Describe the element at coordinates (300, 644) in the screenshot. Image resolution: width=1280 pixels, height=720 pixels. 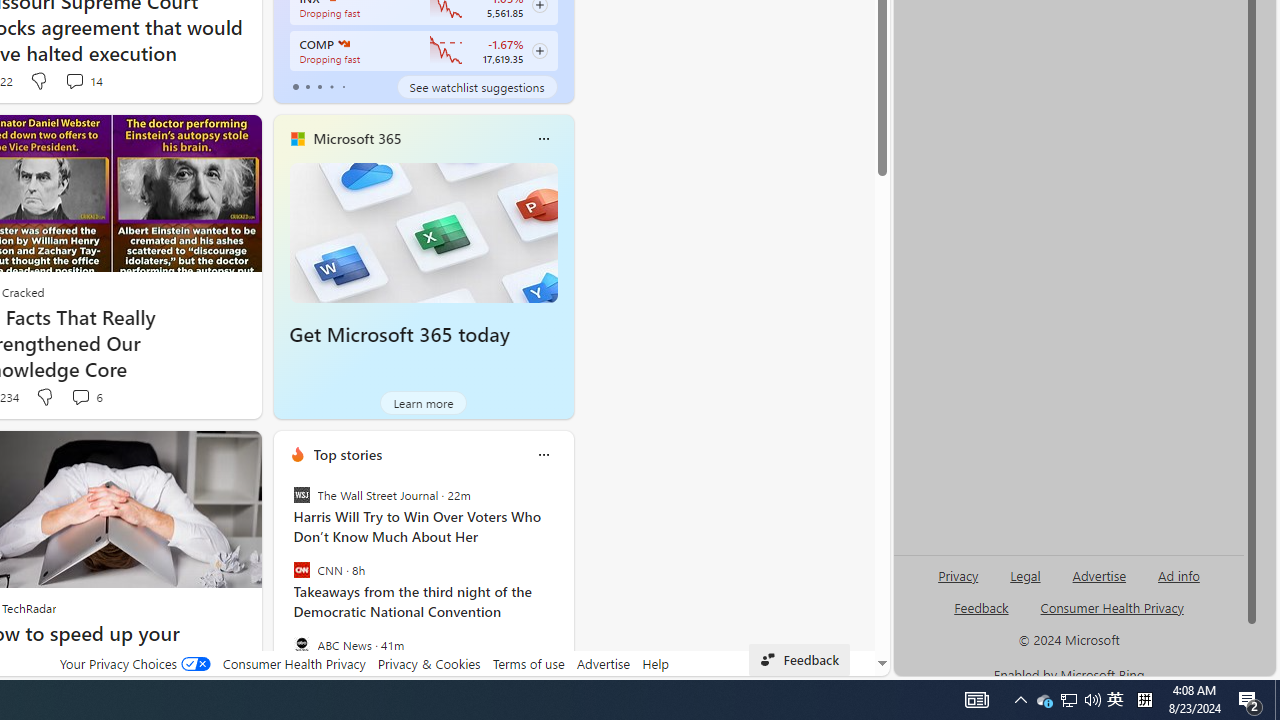
I see `'ABC News'` at that location.